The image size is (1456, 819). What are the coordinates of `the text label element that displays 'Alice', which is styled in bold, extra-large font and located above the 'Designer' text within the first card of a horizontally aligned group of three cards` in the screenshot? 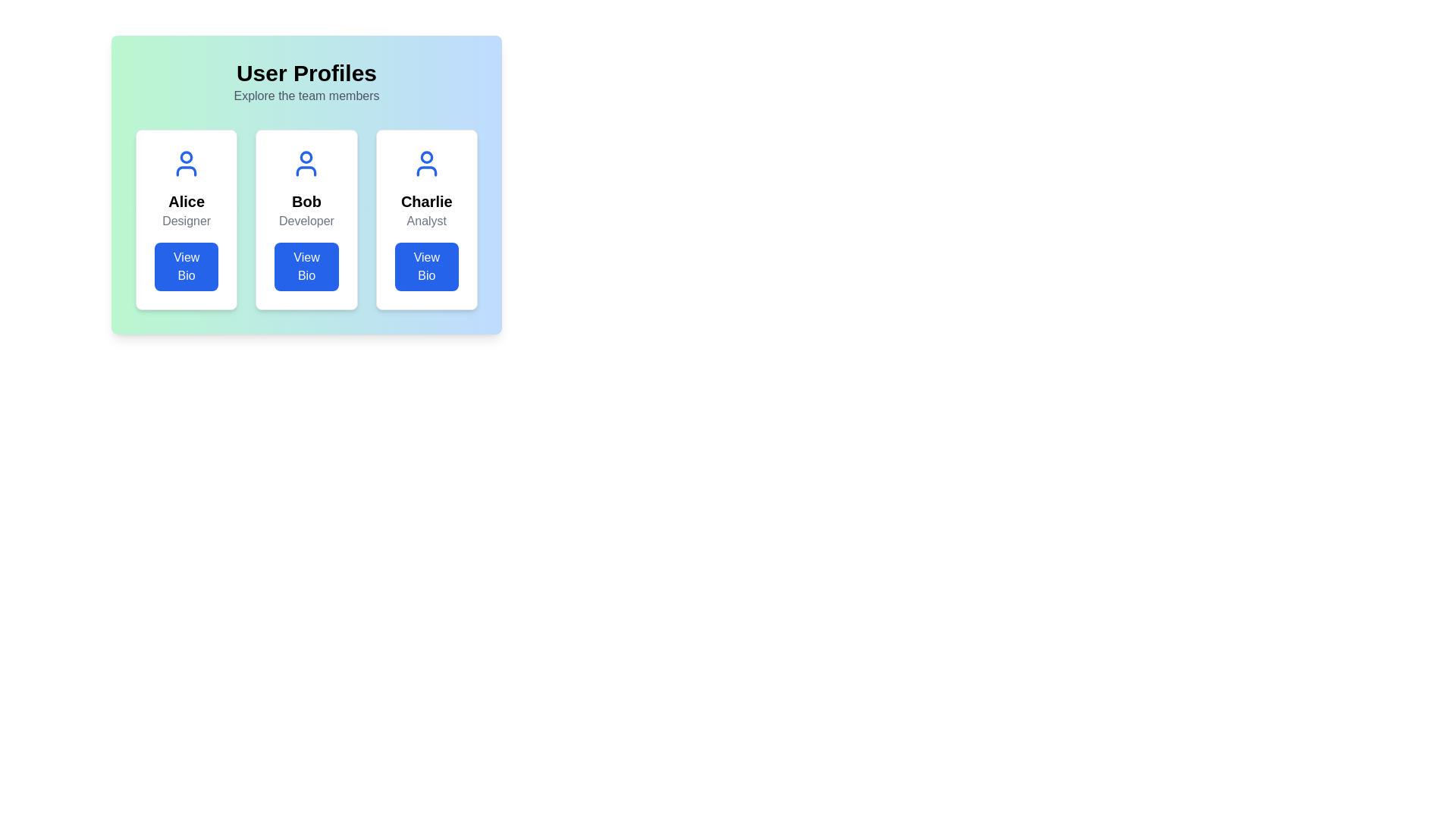 It's located at (186, 201).